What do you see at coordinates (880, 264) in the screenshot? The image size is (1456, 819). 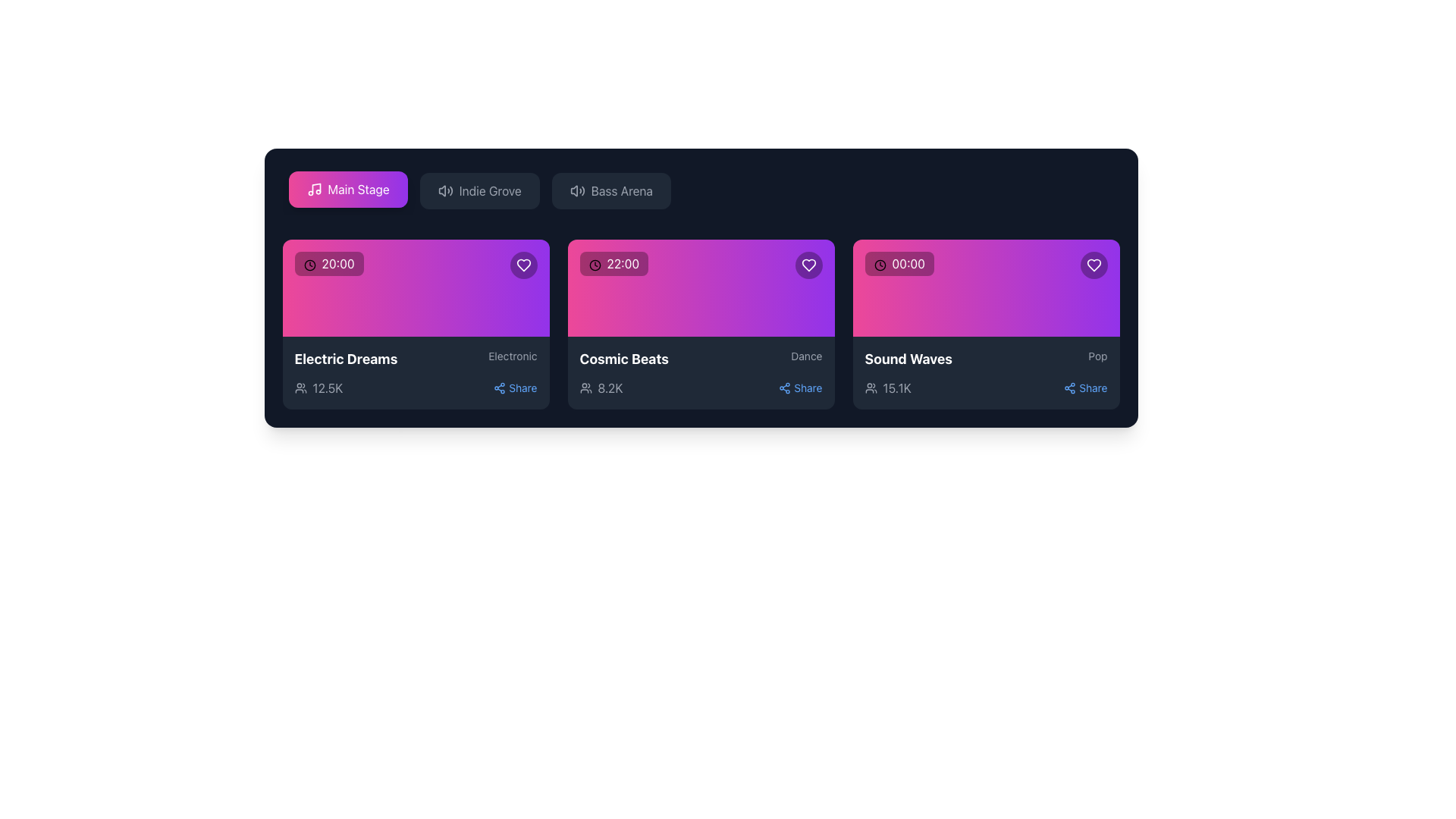 I see `the SVG Circle element that forms part of the clock icon inside the 'Sound Waves' event card, located at the center of the clock icon` at bounding box center [880, 264].